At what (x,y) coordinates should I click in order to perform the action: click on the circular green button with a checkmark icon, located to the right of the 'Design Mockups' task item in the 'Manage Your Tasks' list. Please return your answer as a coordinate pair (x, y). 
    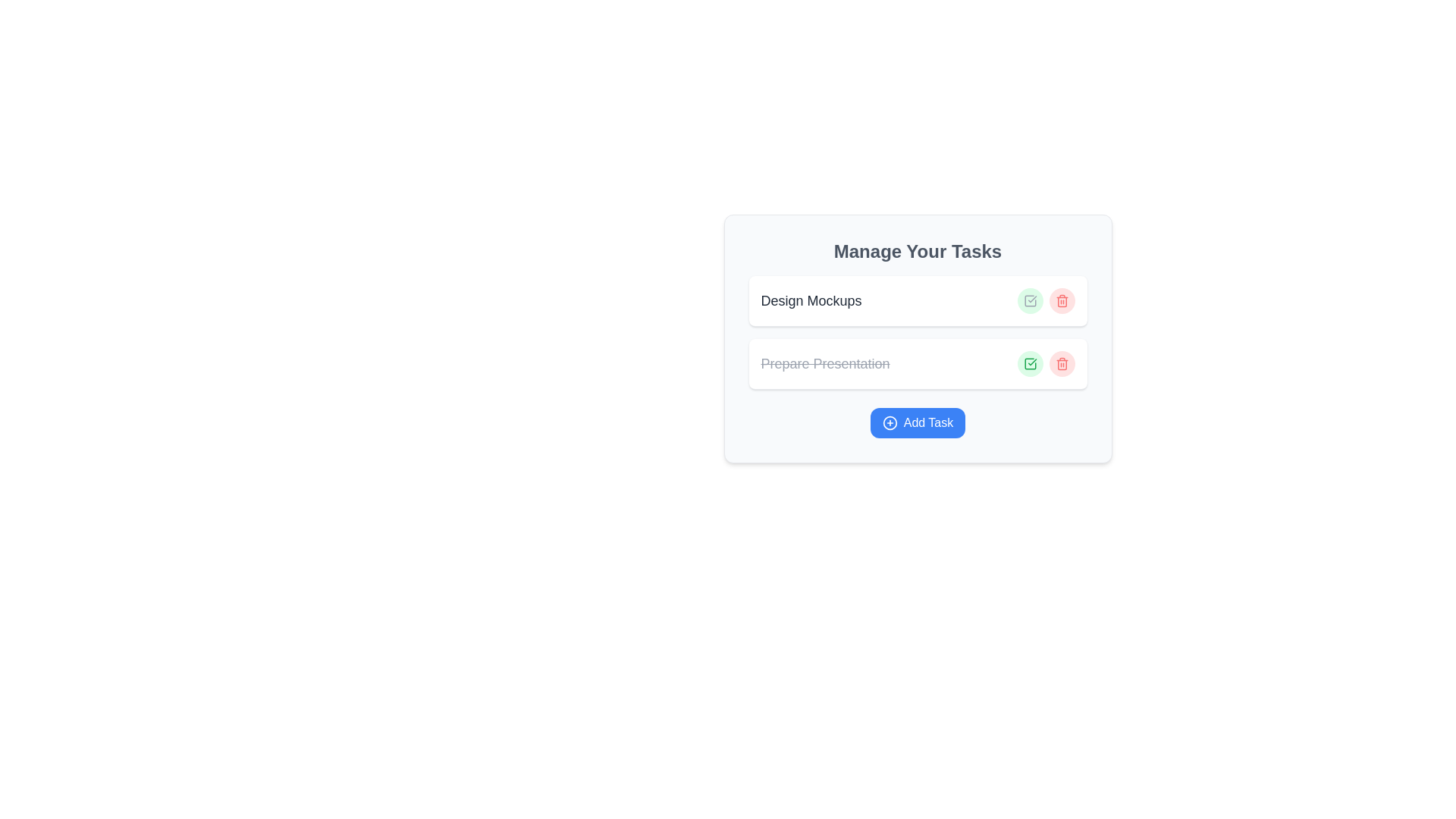
    Looking at the image, I should click on (1030, 301).